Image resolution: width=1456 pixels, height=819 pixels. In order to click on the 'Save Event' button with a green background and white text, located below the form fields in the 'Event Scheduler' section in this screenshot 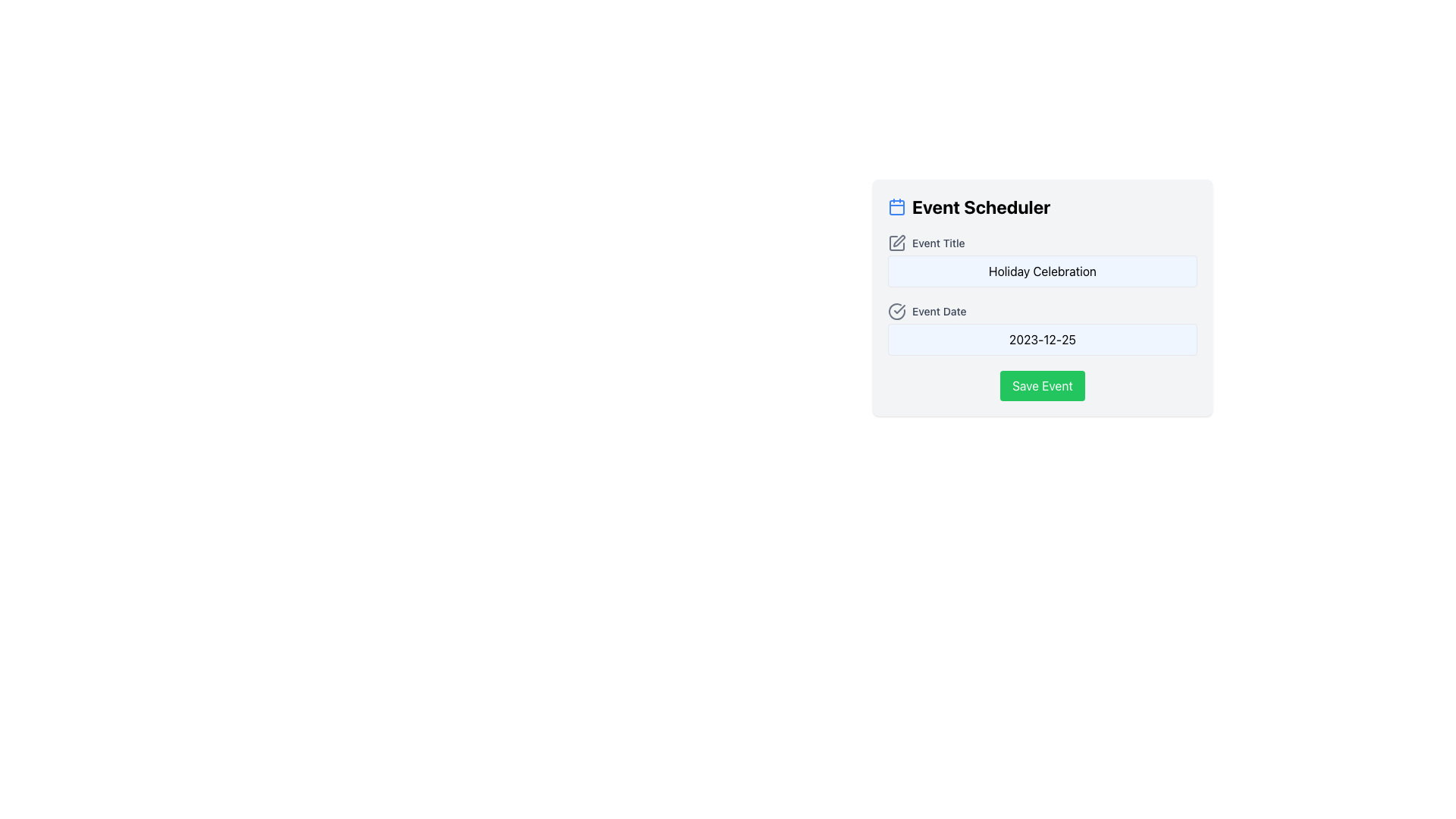, I will do `click(1041, 385)`.